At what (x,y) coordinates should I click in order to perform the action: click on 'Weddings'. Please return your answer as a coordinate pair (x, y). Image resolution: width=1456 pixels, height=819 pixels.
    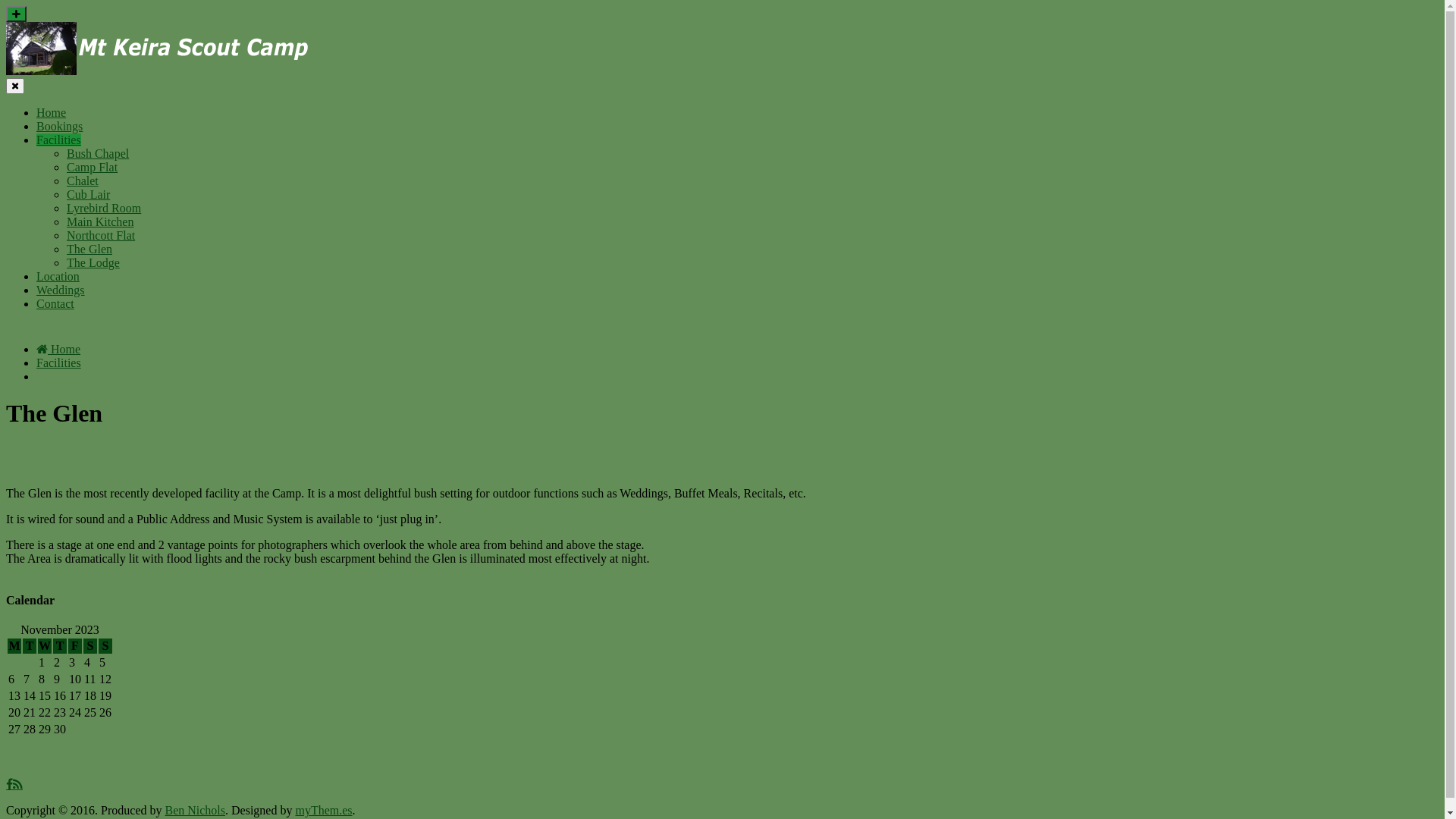
    Looking at the image, I should click on (61, 290).